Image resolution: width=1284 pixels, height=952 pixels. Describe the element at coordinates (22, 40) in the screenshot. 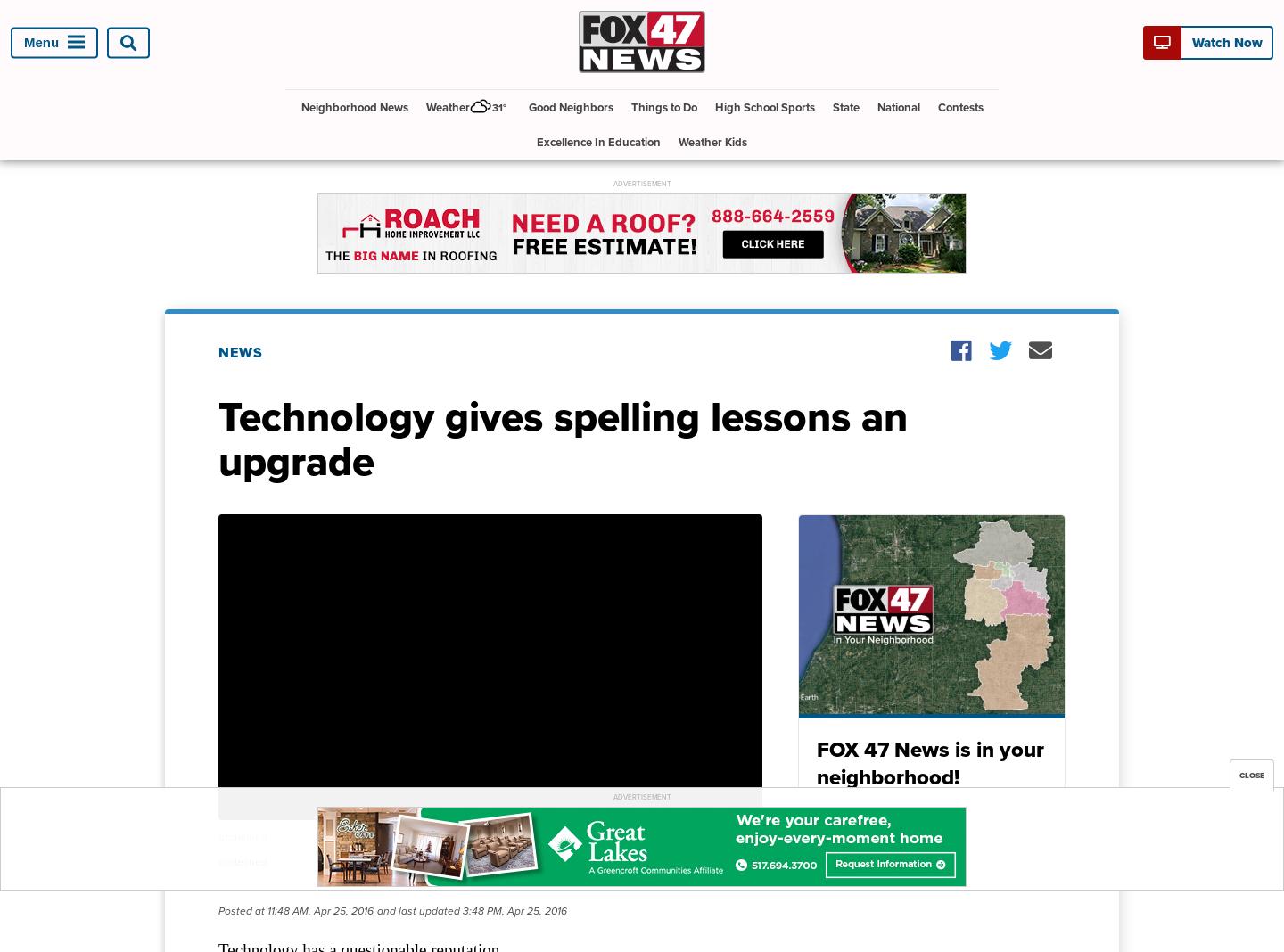

I see `'Menu'` at that location.